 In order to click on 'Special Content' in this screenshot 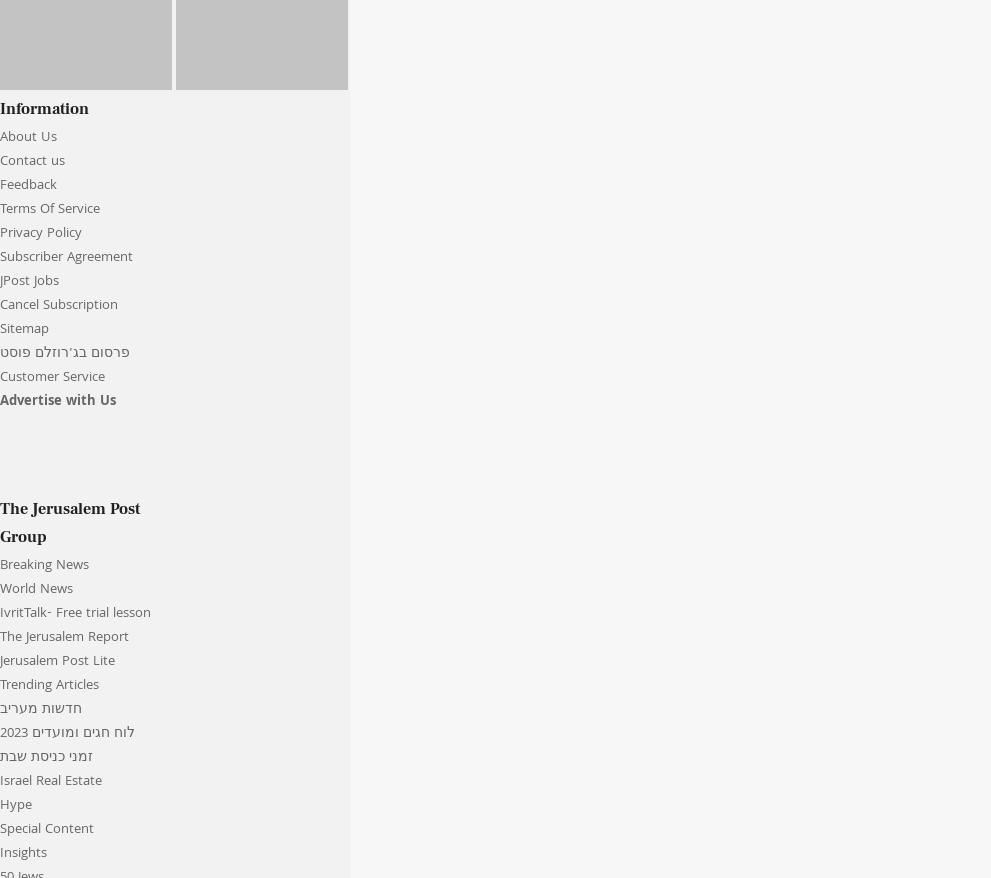, I will do `click(46, 828)`.